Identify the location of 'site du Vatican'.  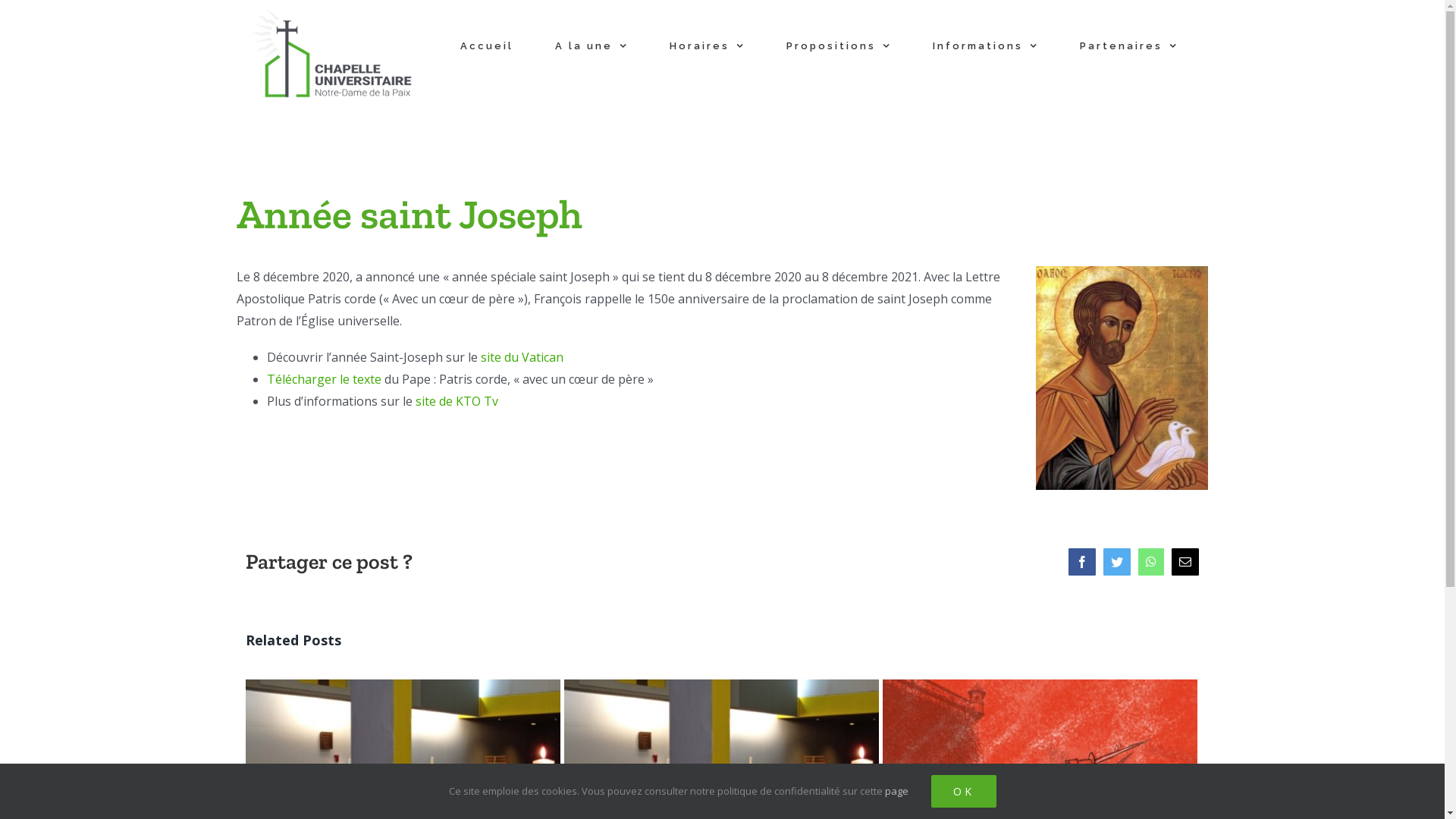
(522, 356).